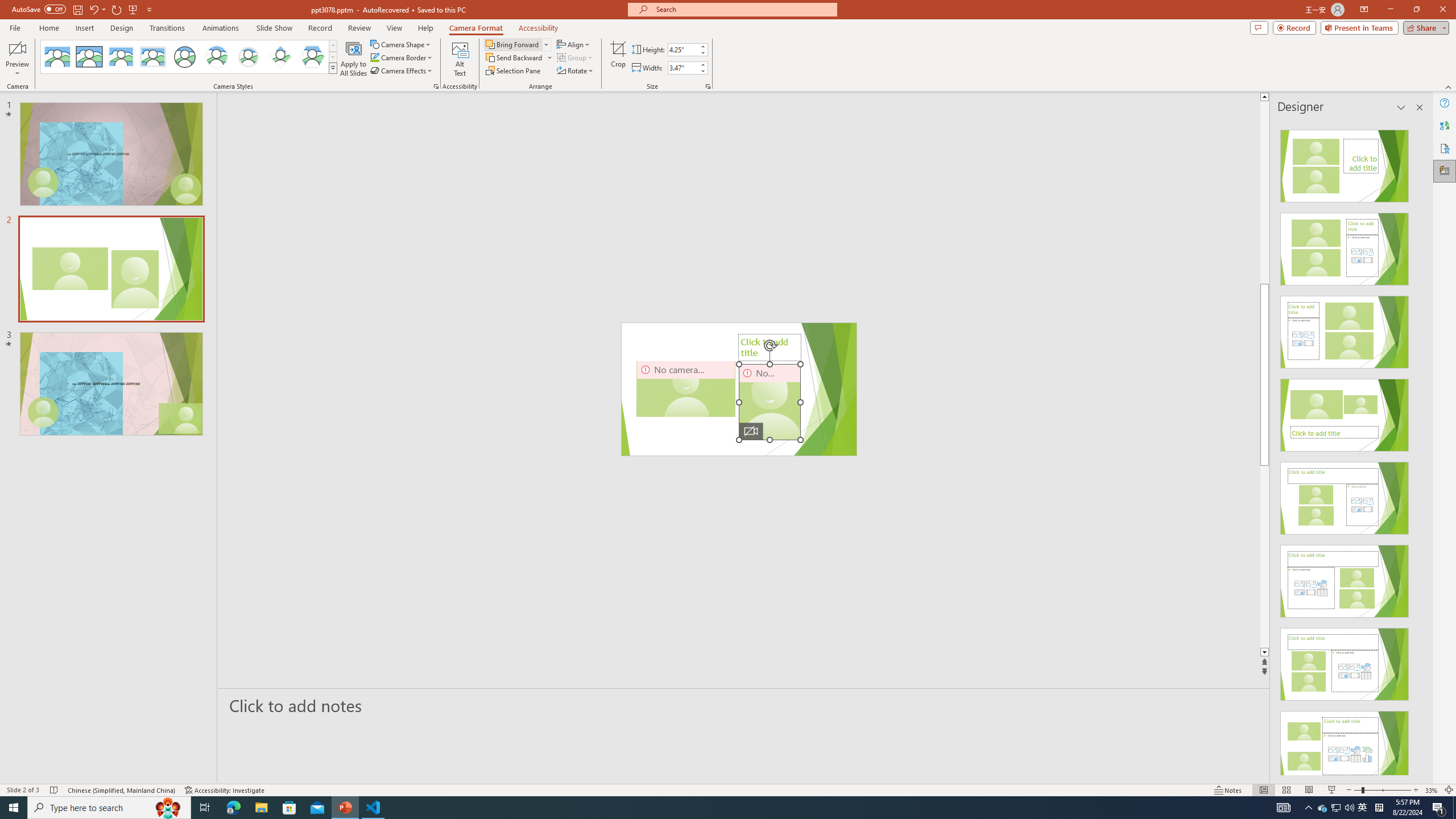  I want to click on 'Size and Position...', so click(707, 85).